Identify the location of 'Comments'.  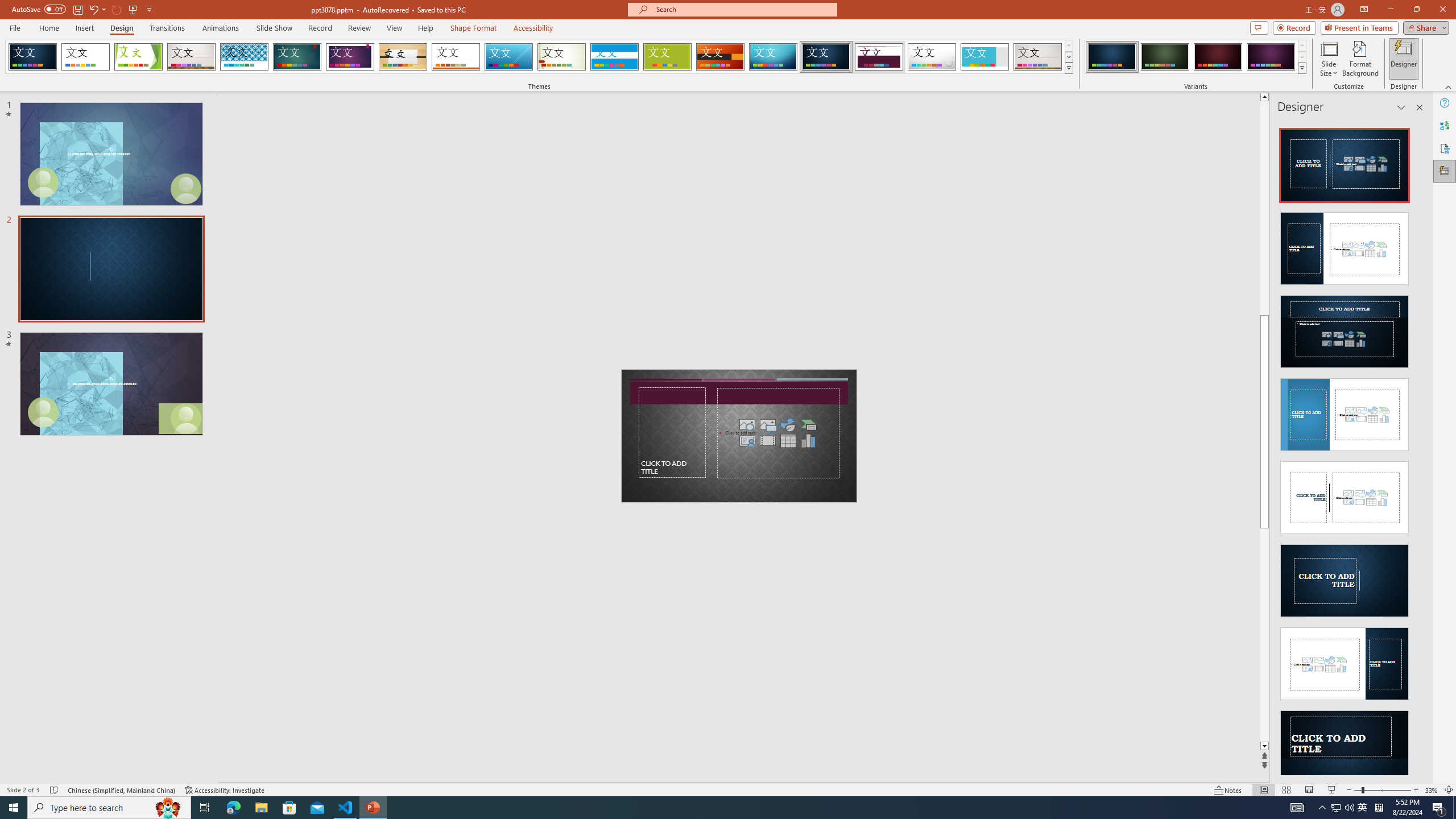
(1259, 27).